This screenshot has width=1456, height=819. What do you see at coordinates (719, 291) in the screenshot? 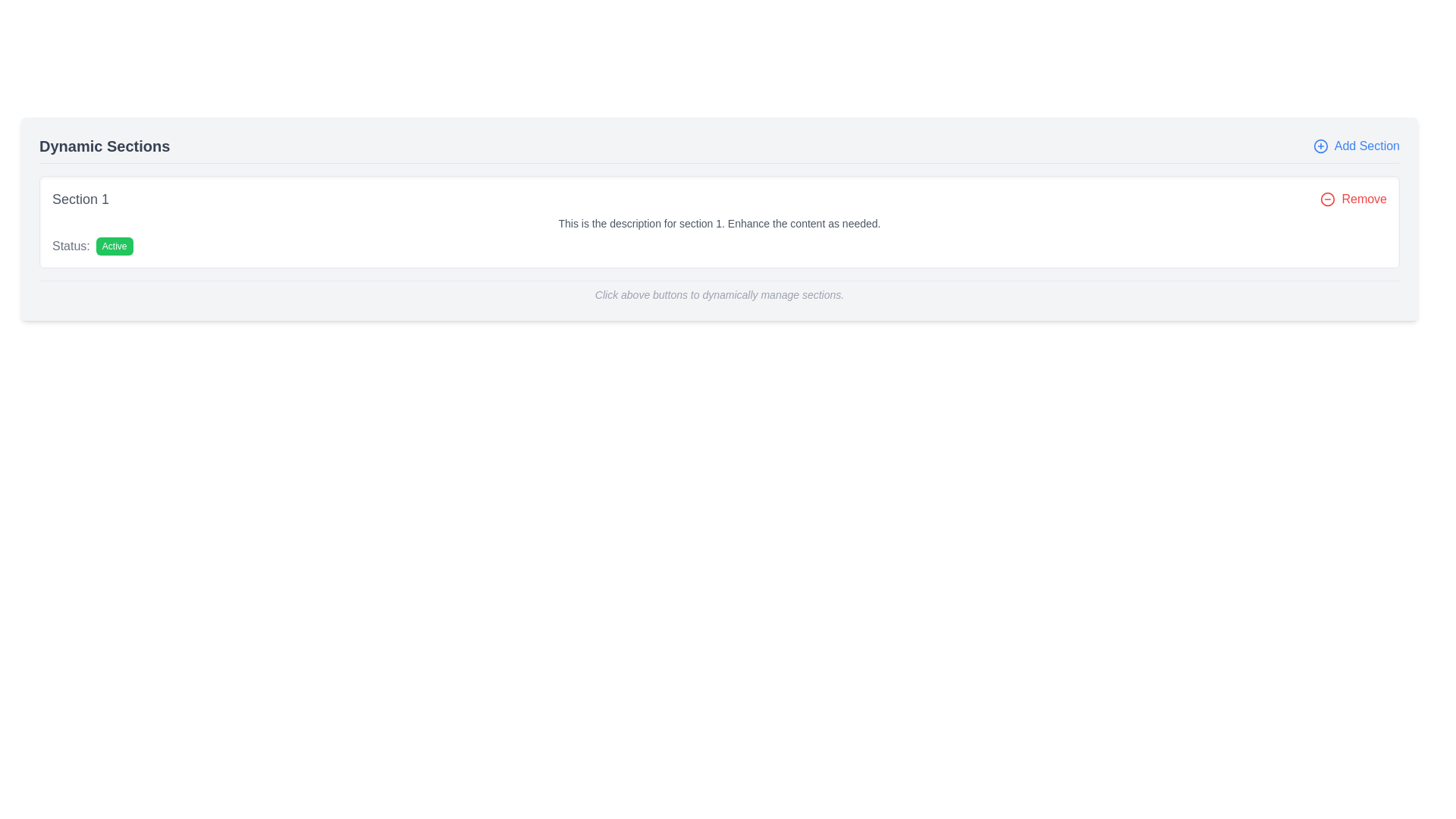
I see `the static text hint that provides guidance about the buttons above it in the interface` at bounding box center [719, 291].